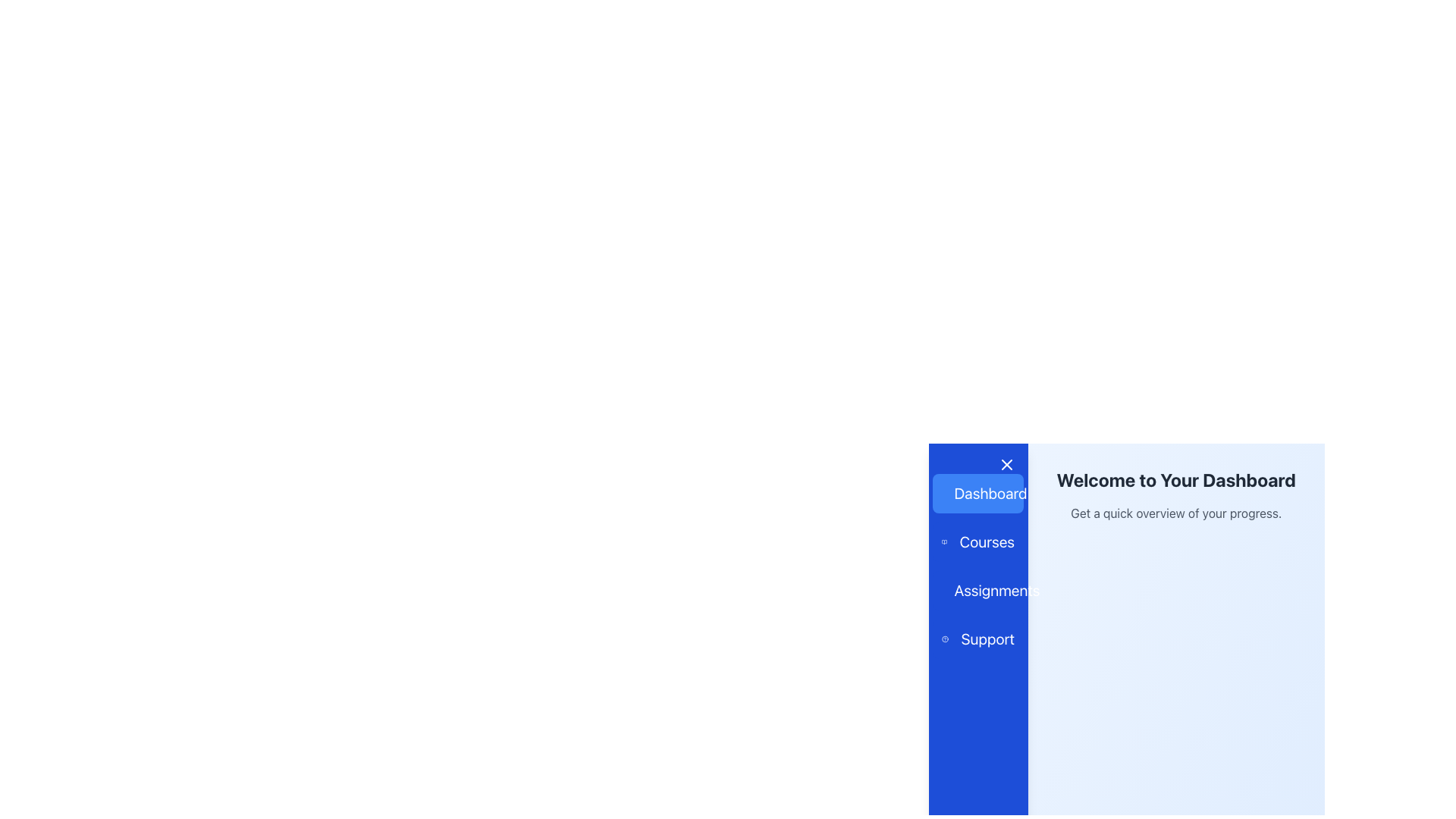  What do you see at coordinates (990, 494) in the screenshot?
I see `the 'Dashboard' text label located in the blue navigation menu on the left side of the interface` at bounding box center [990, 494].